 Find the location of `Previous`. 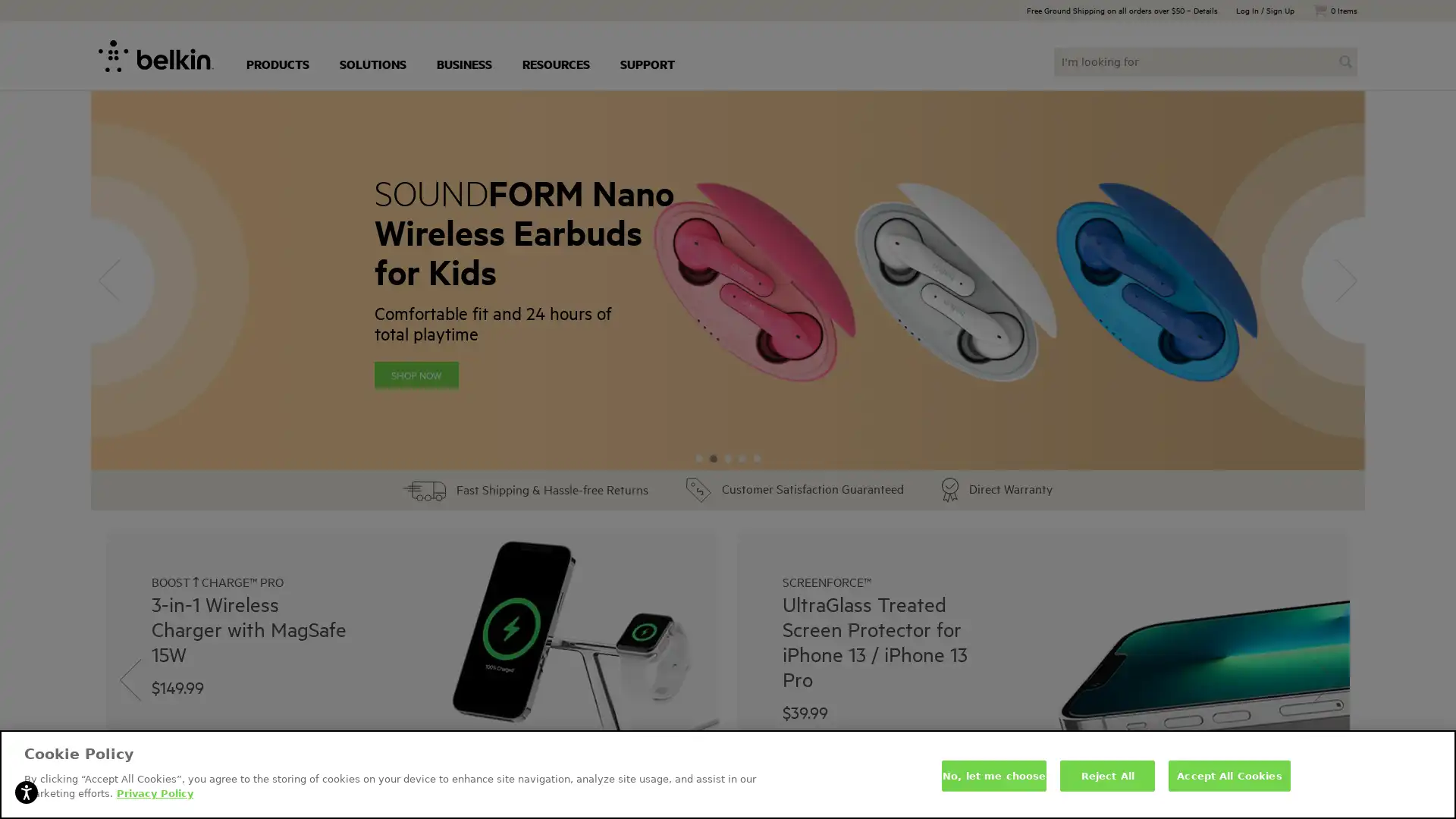

Previous is located at coordinates (130, 679).